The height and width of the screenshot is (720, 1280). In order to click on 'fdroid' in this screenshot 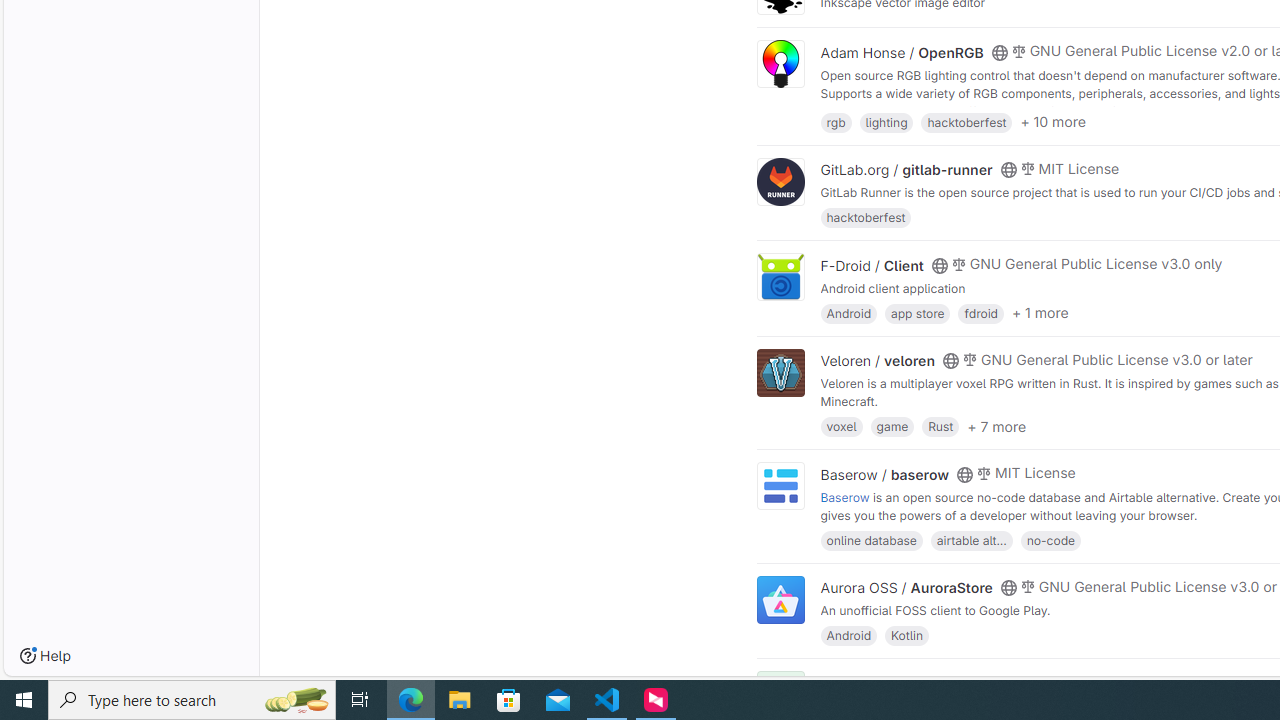, I will do `click(981, 312)`.